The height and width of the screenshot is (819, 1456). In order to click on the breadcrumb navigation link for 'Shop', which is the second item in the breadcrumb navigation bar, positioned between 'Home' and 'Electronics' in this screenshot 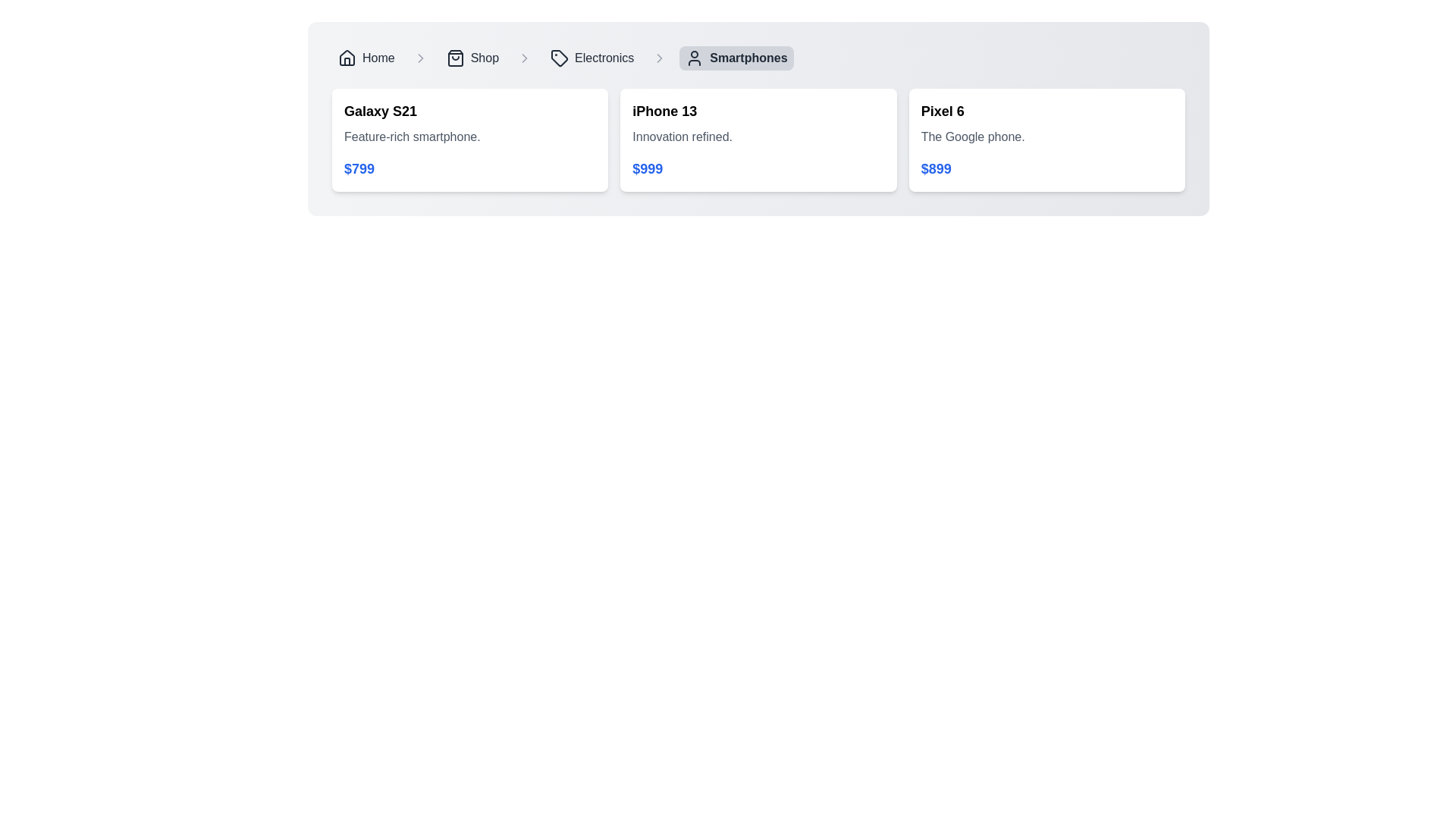, I will do `click(472, 58)`.